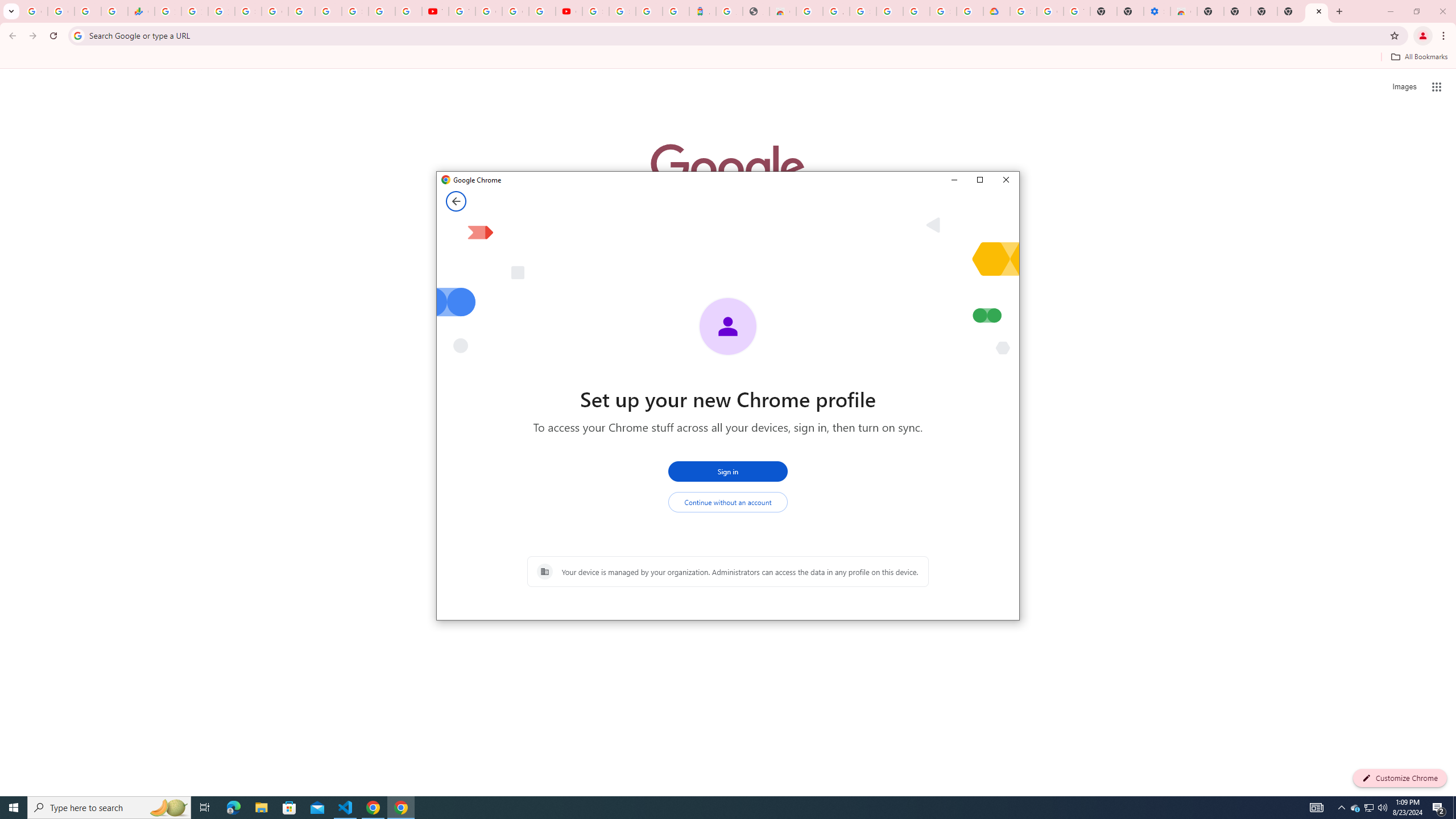 The width and height of the screenshot is (1456, 819). What do you see at coordinates (1381, 806) in the screenshot?
I see `'Q2790: 100%'` at bounding box center [1381, 806].